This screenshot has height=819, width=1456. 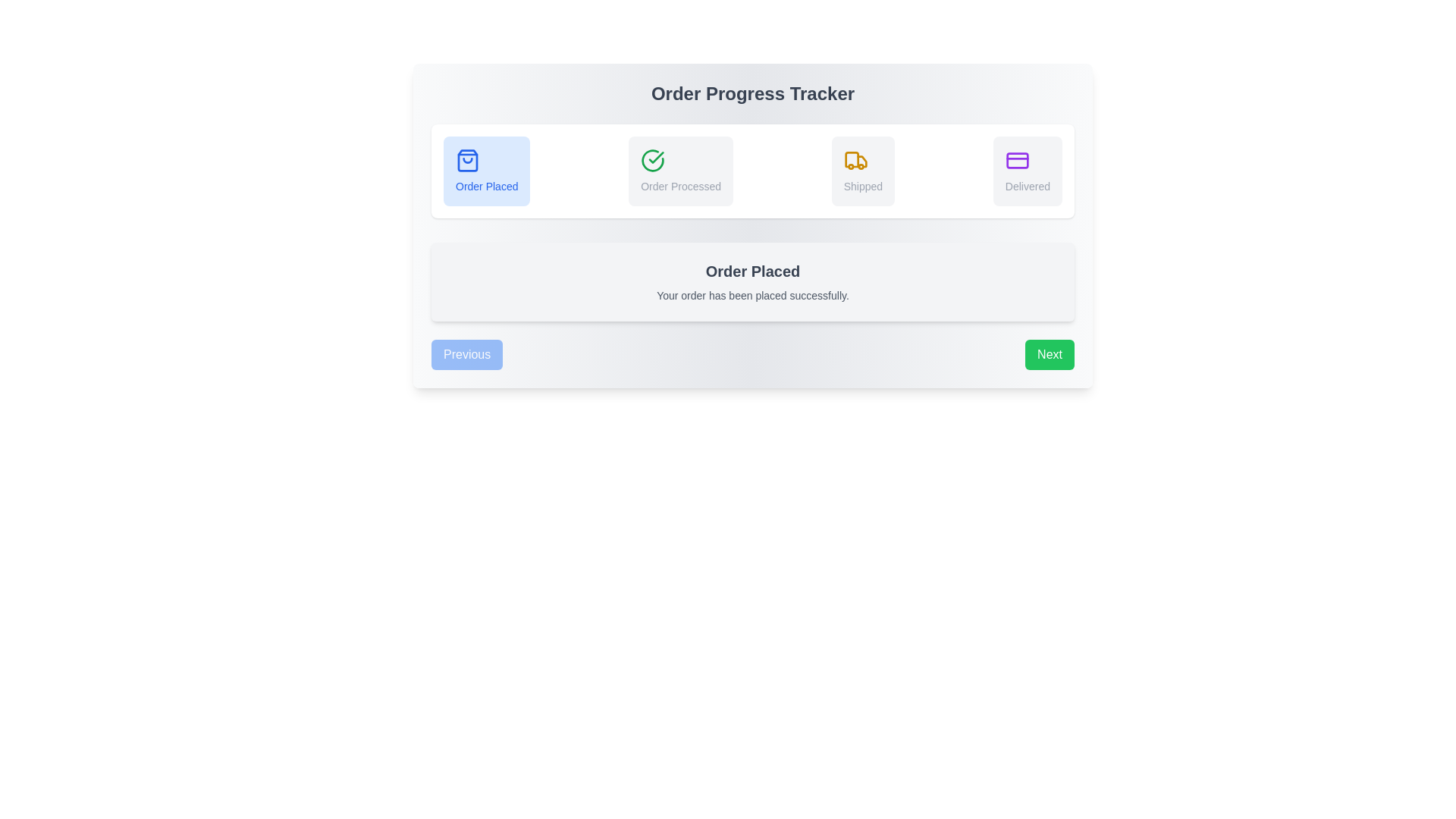 I want to click on the state of the 'Delivered' icon in the Order Progress Tracker, which is the rightmost icon visually indicating that the user's order has been delivered, so click(x=1017, y=161).